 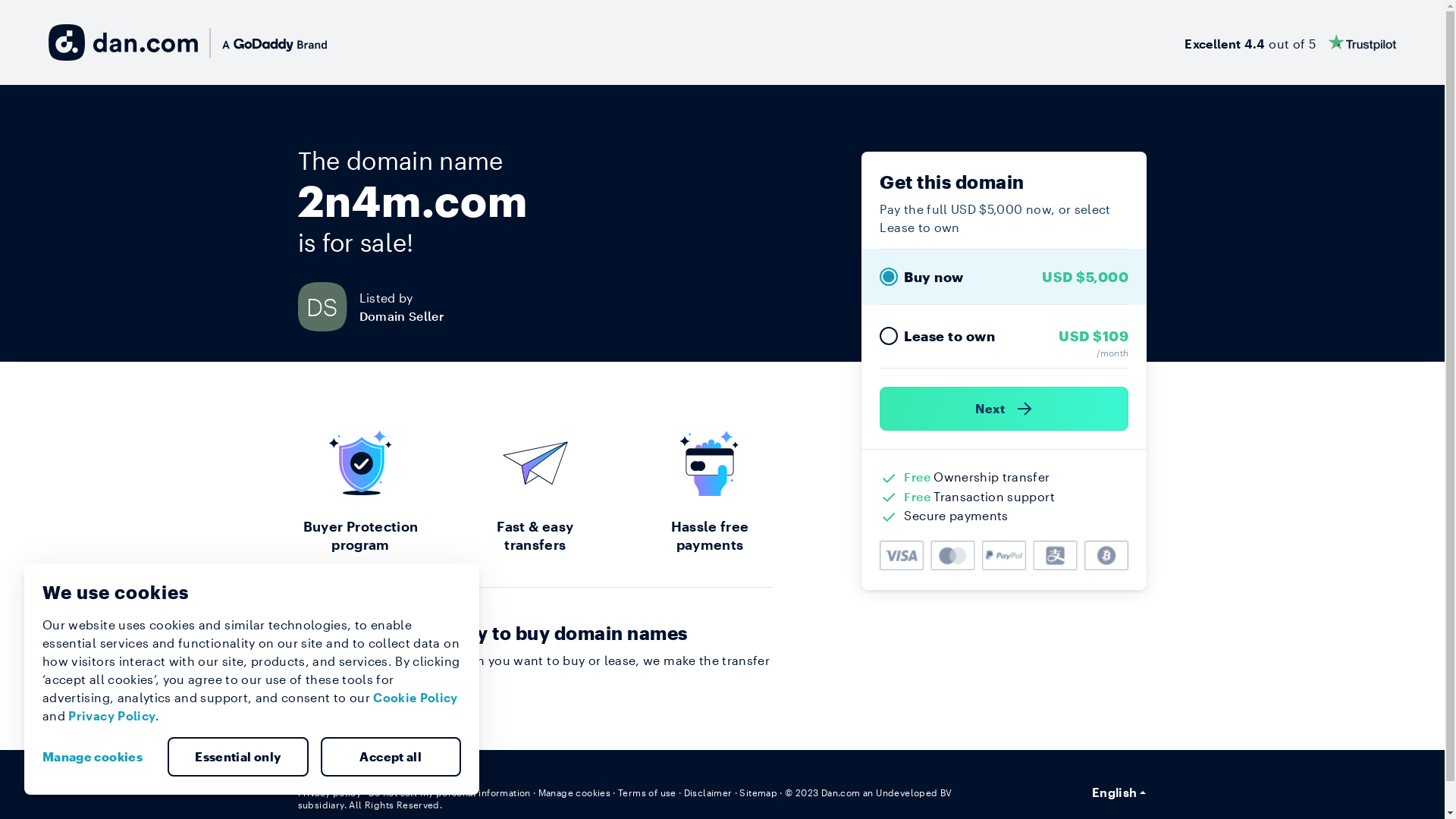 What do you see at coordinates (574, 792) in the screenshot?
I see `'Manage cookies'` at bounding box center [574, 792].